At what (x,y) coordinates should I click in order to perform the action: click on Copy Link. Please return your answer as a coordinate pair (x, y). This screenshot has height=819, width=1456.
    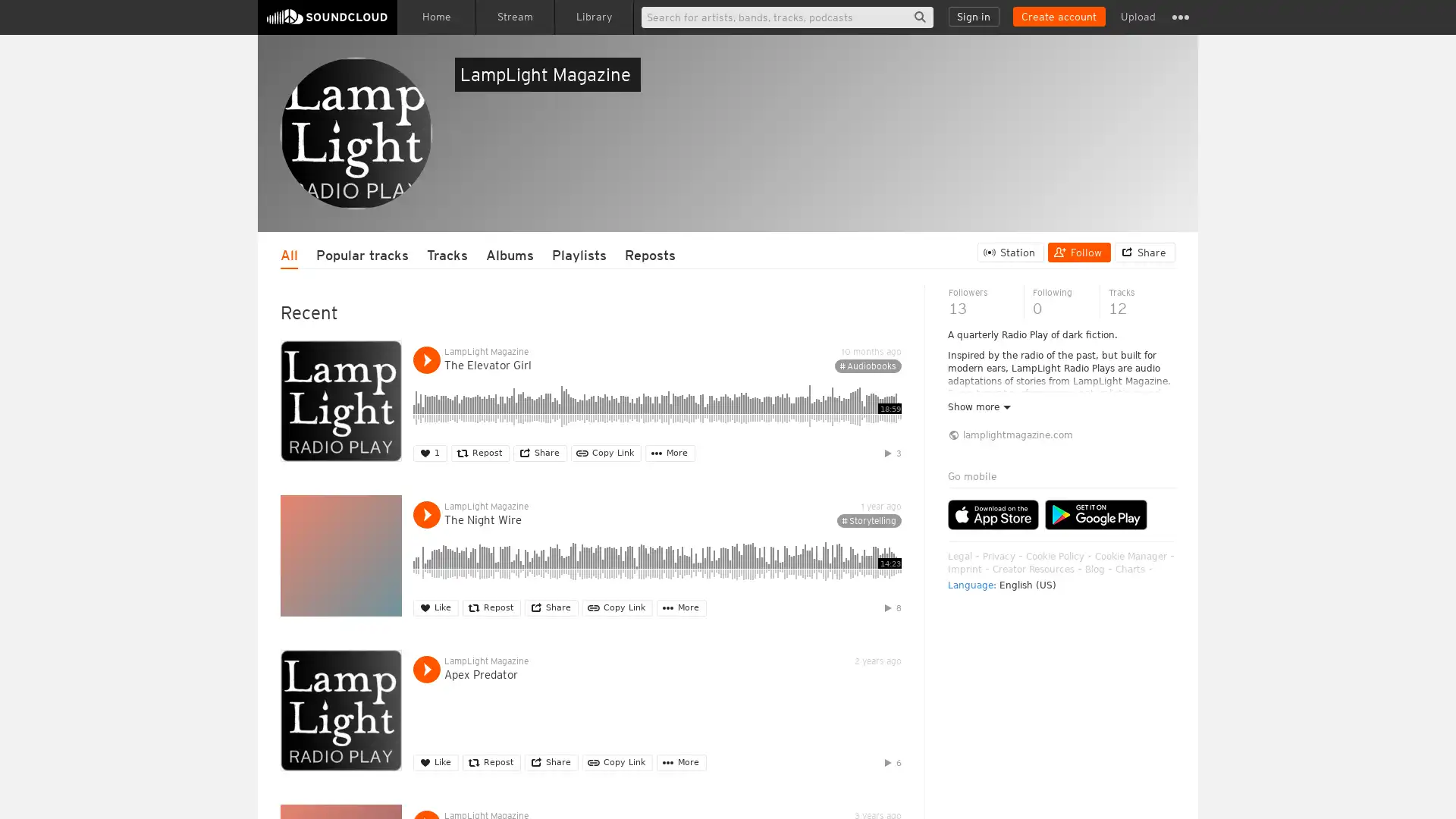
    Looking at the image, I should click on (605, 452).